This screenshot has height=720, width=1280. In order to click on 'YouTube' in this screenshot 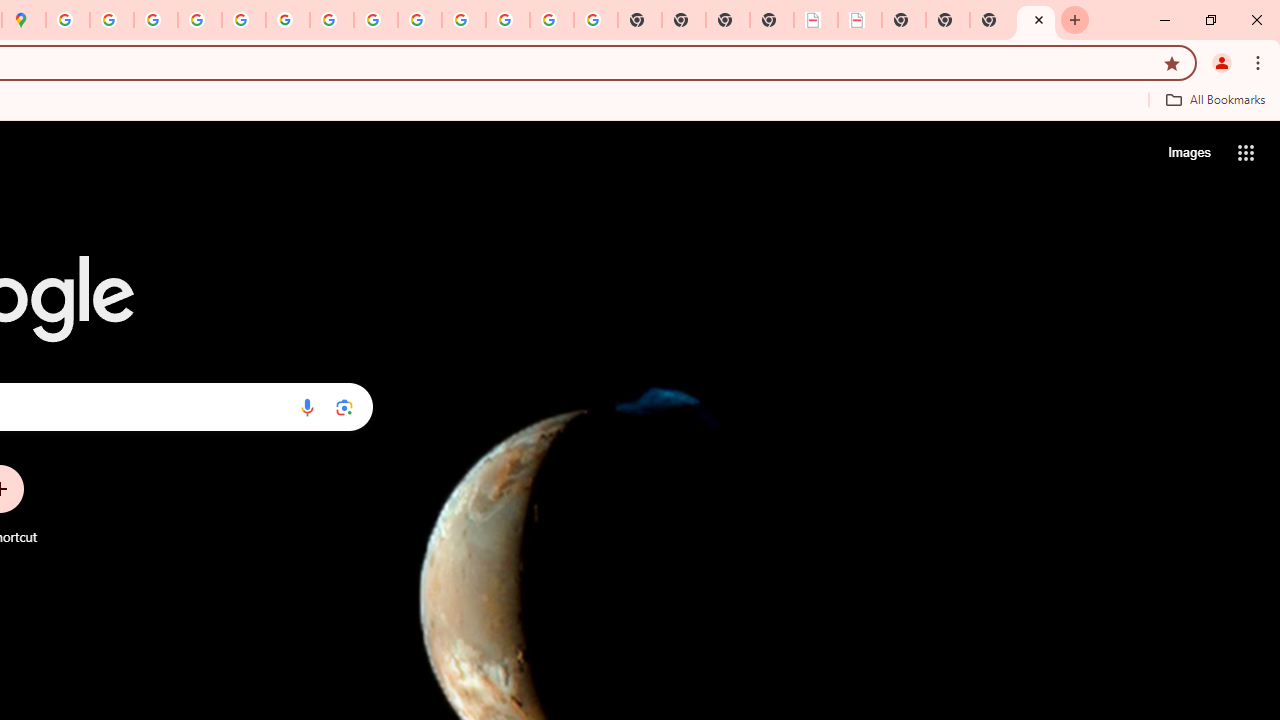, I will do `click(332, 20)`.